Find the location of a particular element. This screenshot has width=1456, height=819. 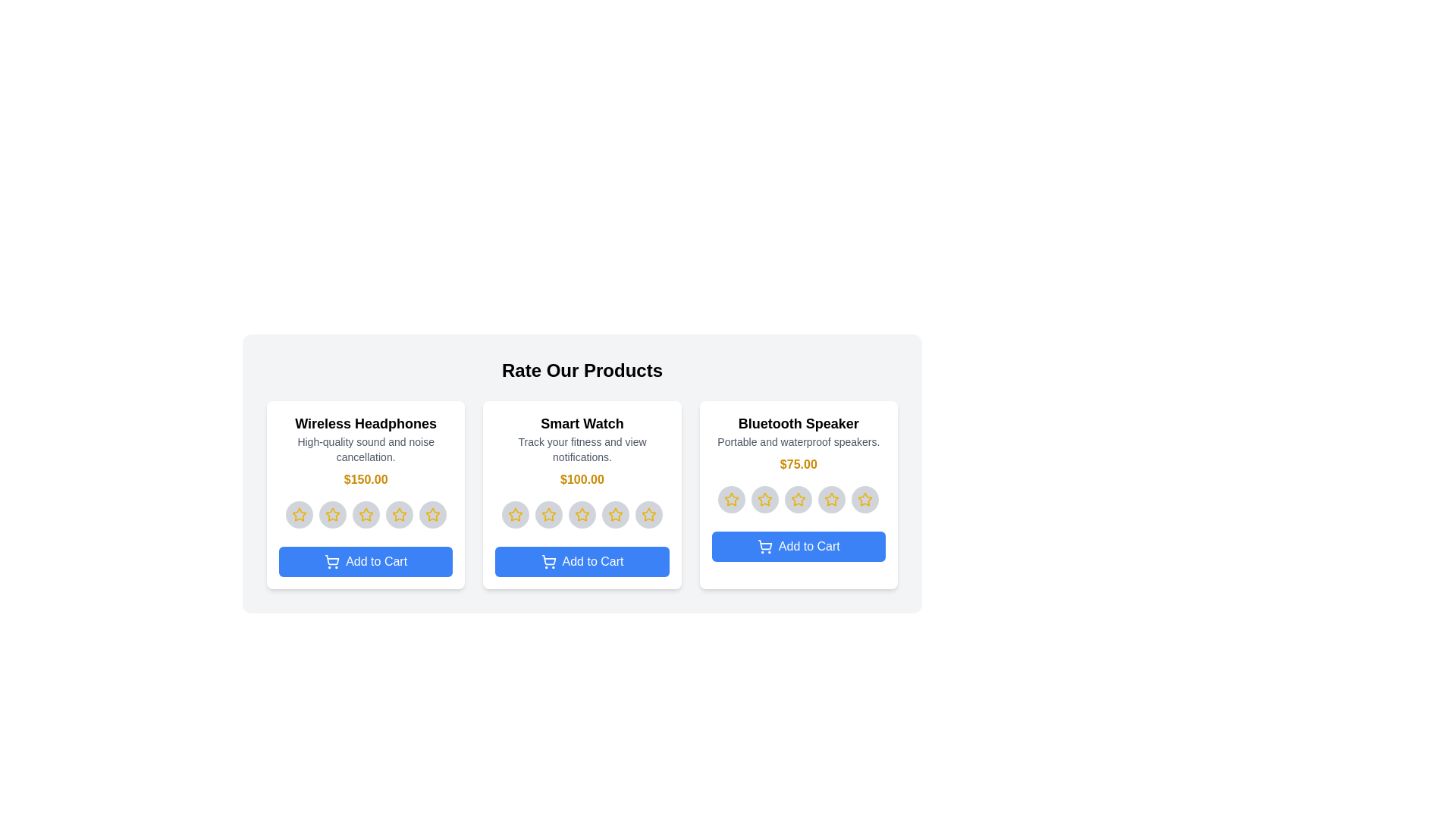

the star corresponding to 1 for the product 'Smart Watch' is located at coordinates (516, 513).